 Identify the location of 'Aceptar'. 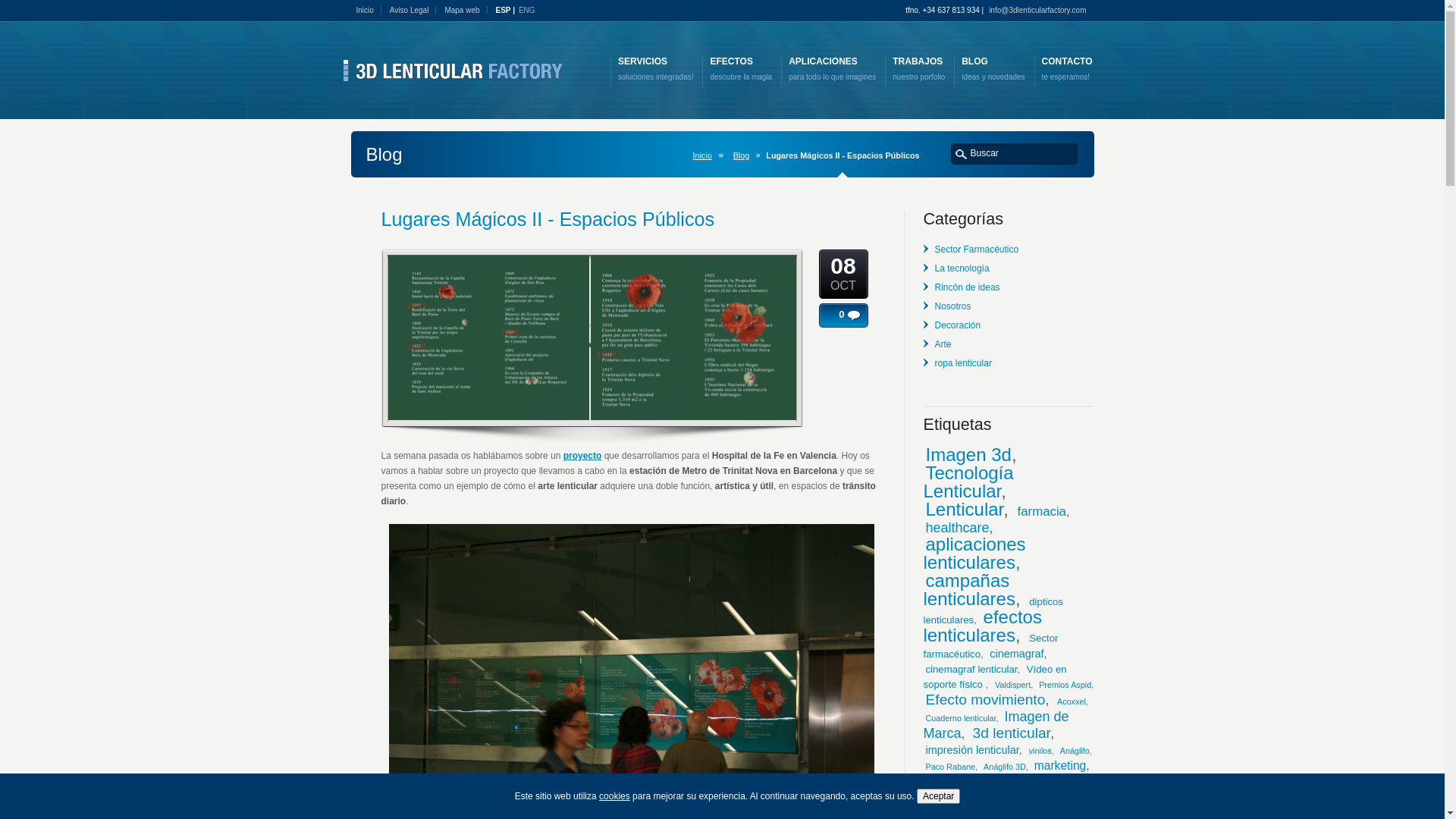
(937, 795).